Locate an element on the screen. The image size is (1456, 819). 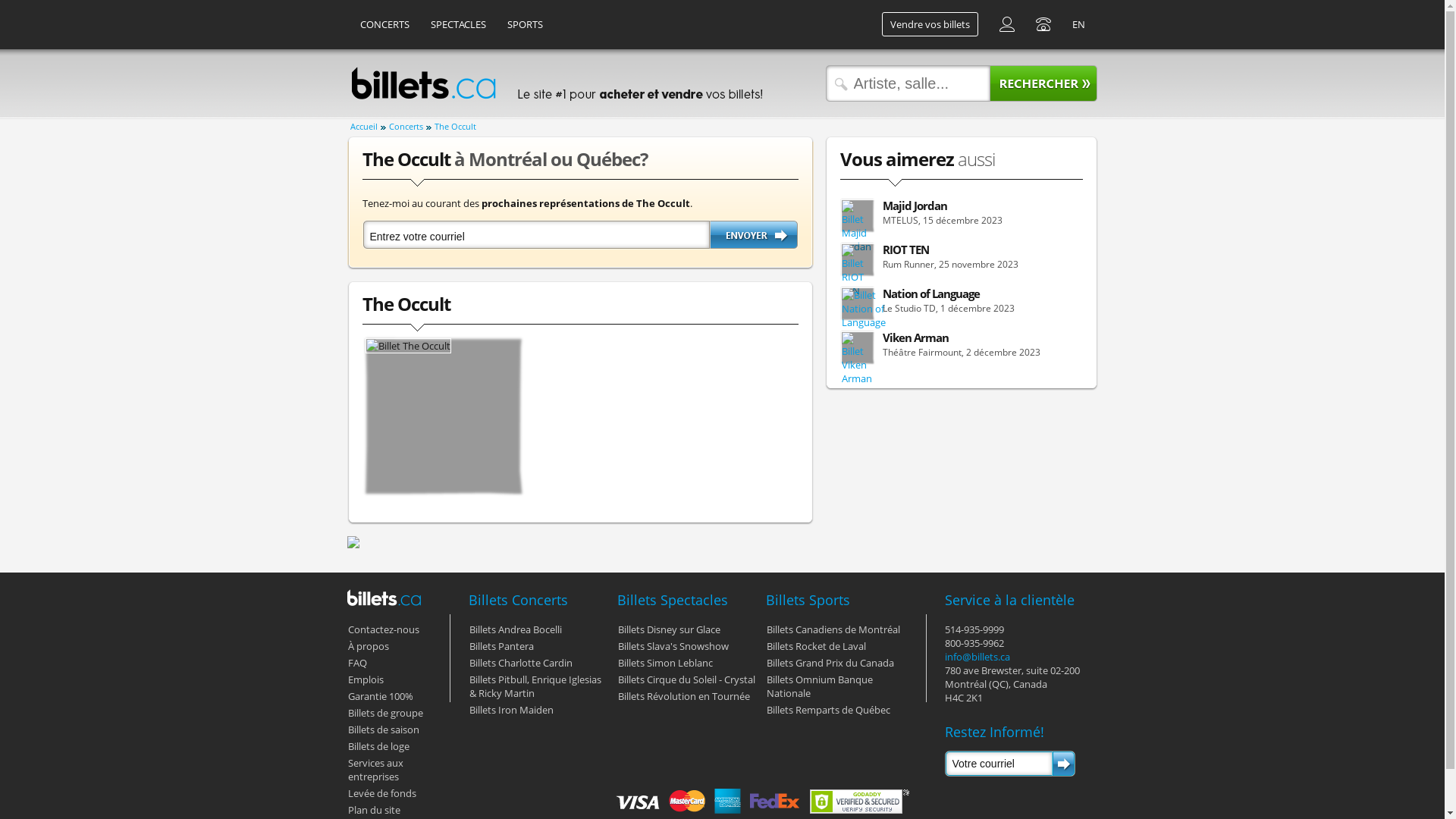
'Vendre vos billets' is located at coordinates (872, 24).